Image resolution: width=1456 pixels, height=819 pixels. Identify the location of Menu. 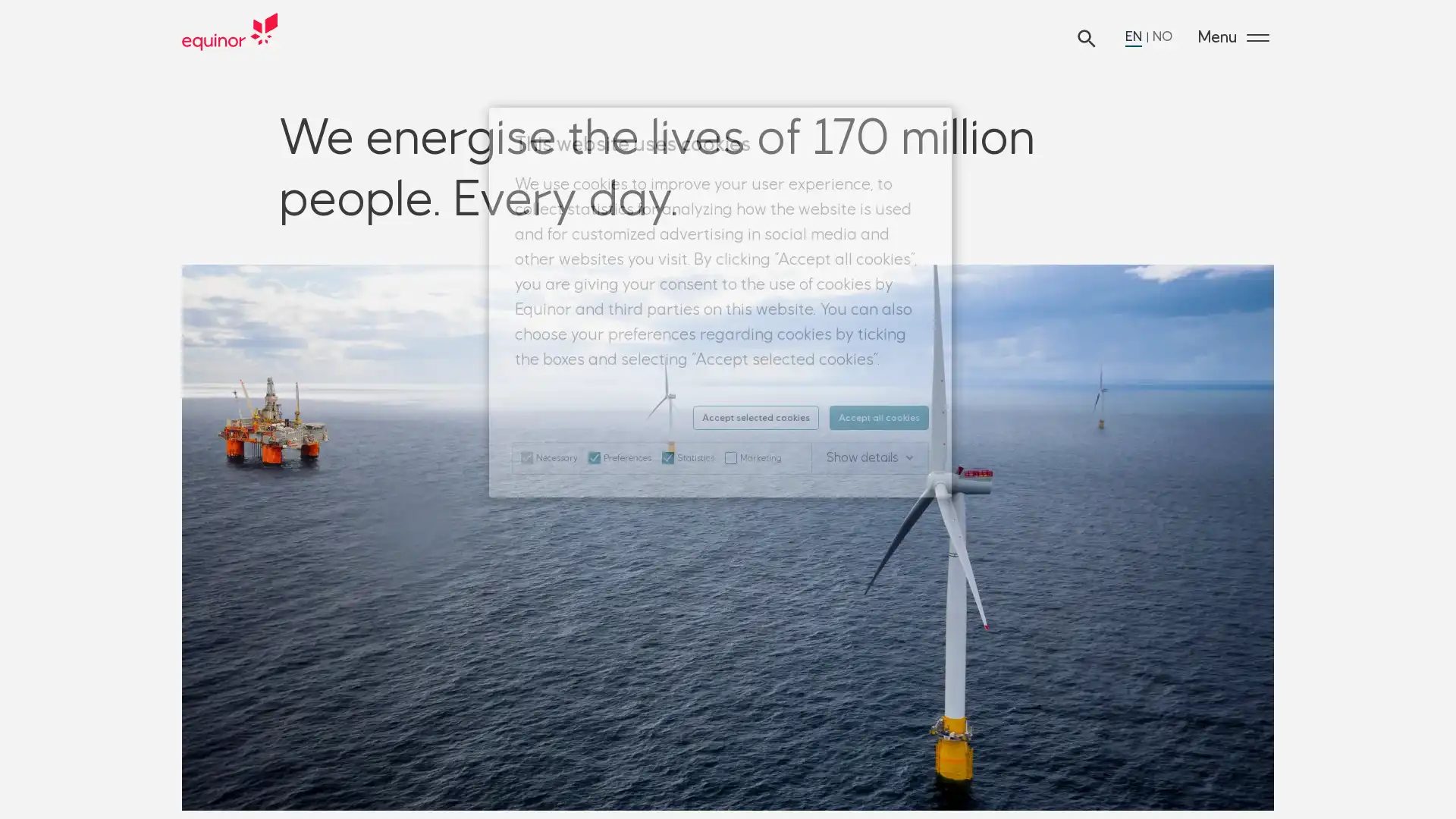
(1233, 37).